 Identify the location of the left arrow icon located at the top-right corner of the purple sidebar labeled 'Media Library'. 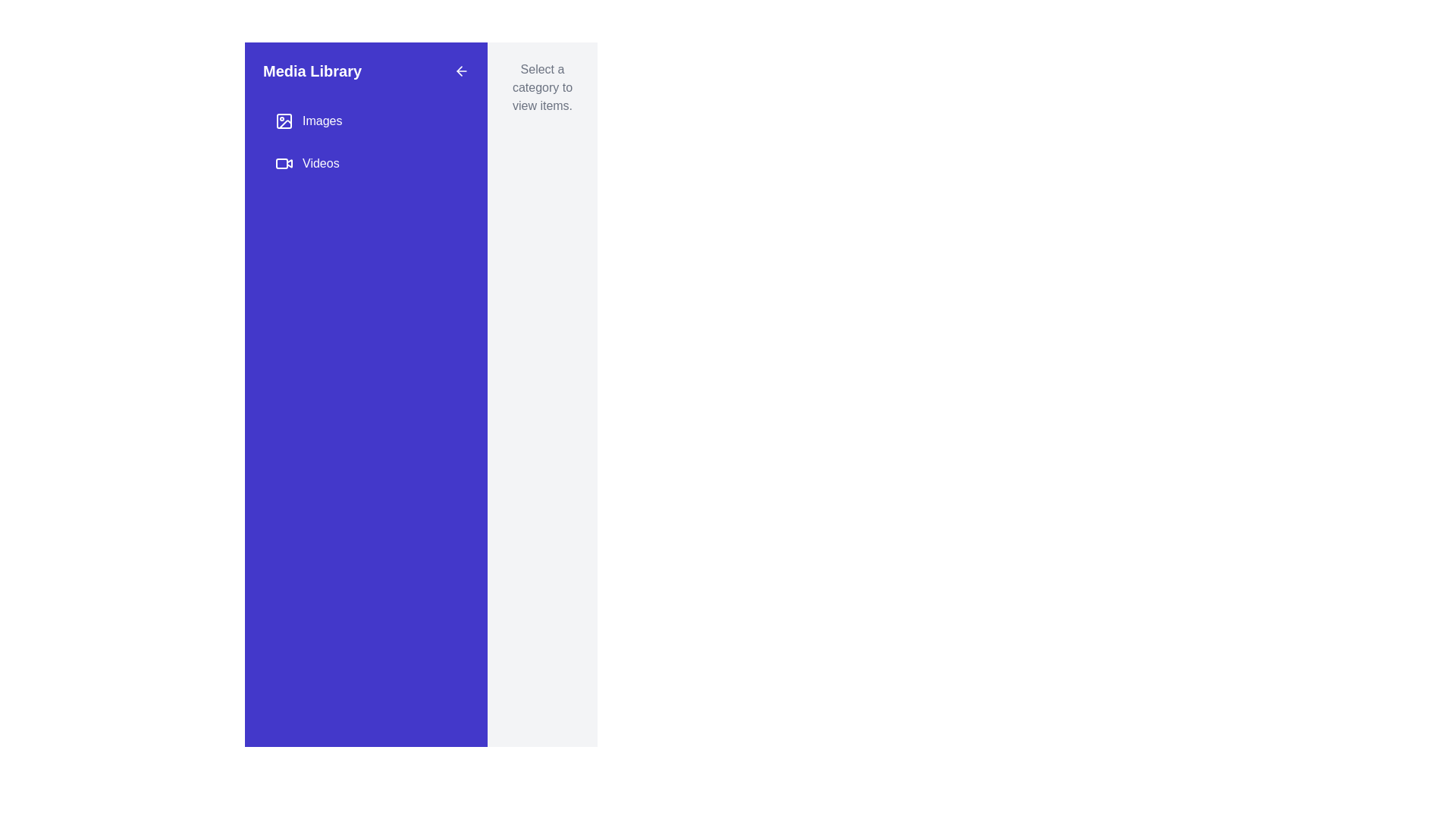
(461, 71).